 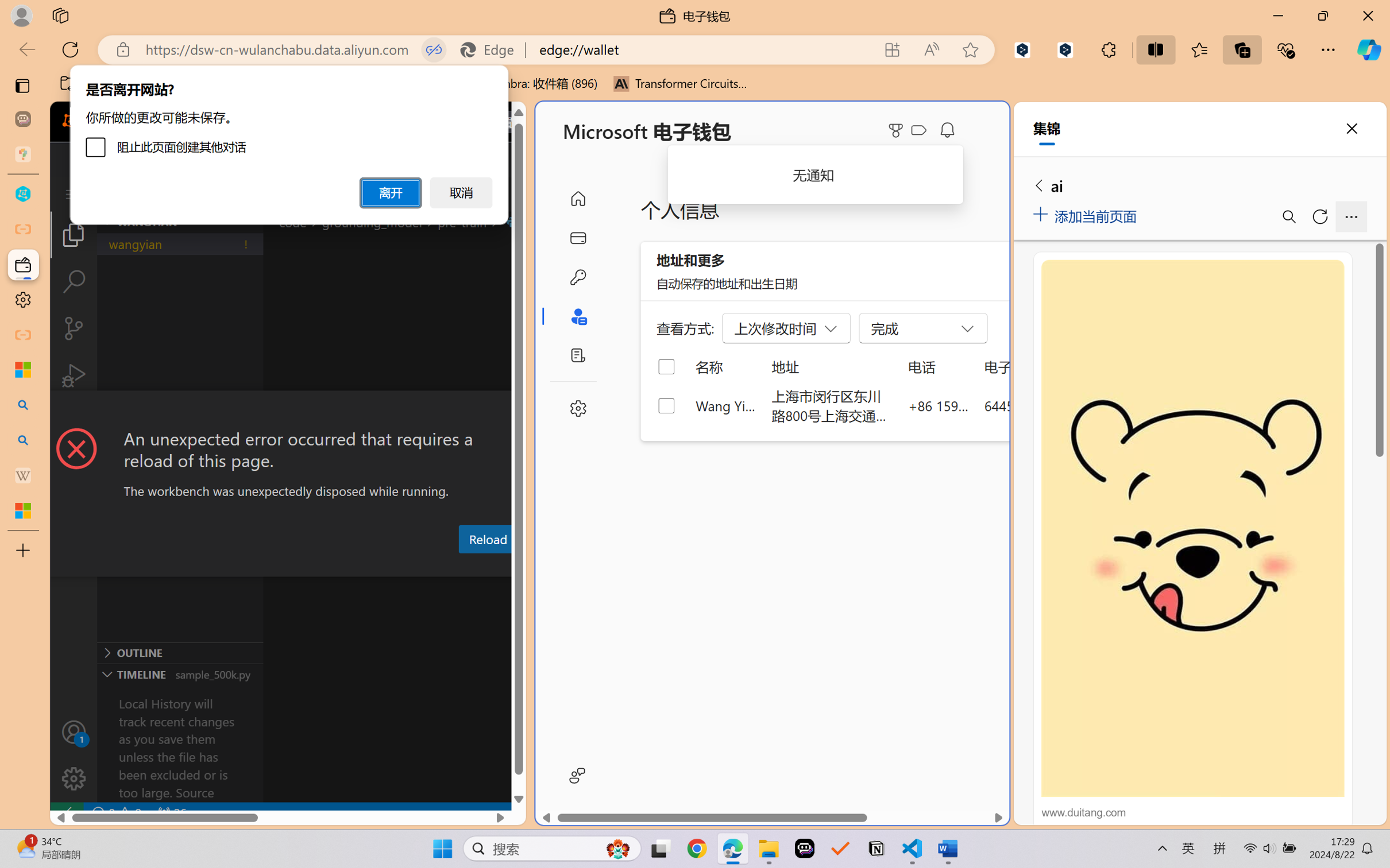 I want to click on 'Timeline Section', so click(x=180, y=674).